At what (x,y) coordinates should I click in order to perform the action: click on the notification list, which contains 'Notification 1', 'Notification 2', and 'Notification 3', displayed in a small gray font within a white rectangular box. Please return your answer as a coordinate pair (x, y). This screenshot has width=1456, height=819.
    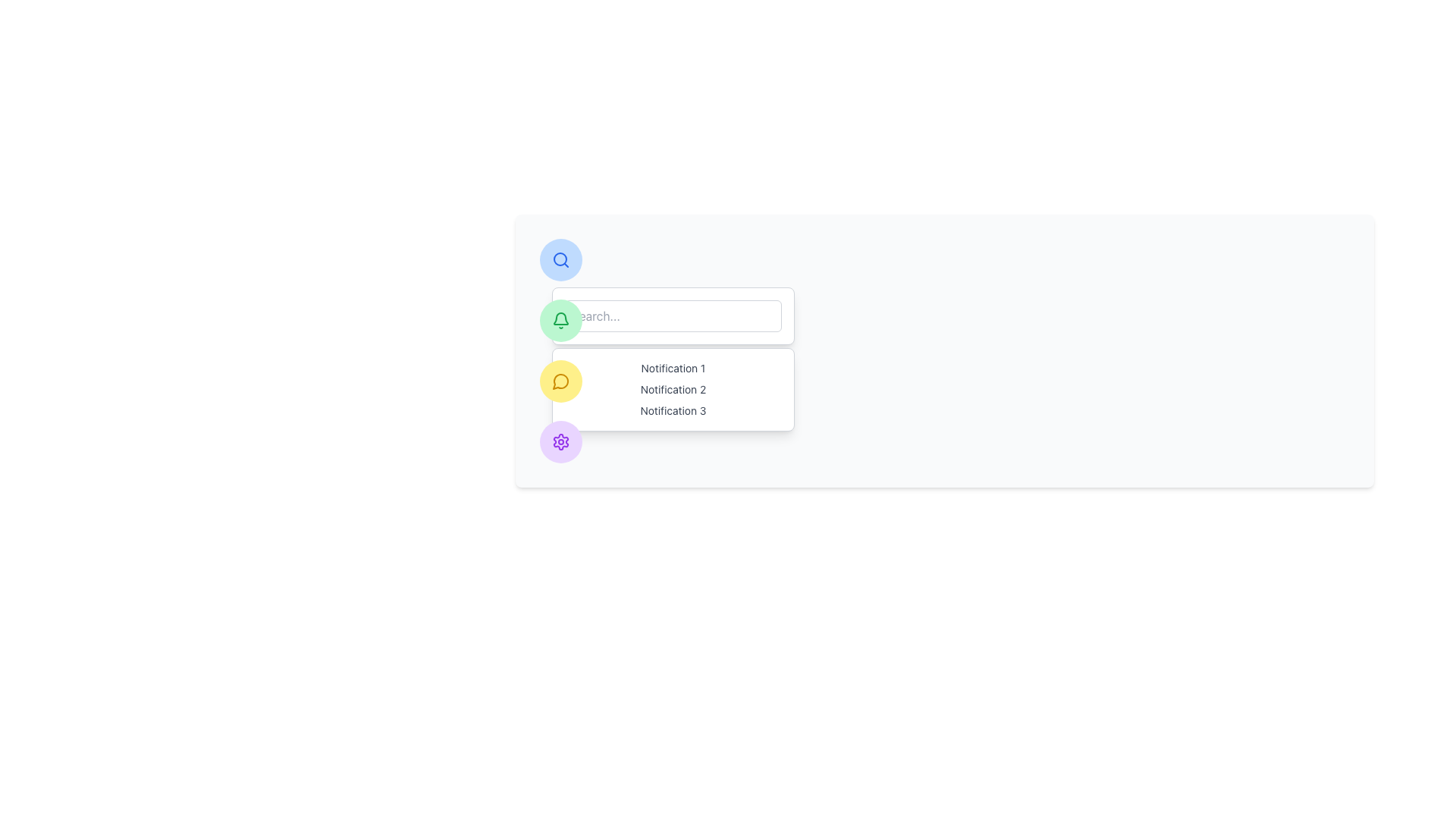
    Looking at the image, I should click on (673, 388).